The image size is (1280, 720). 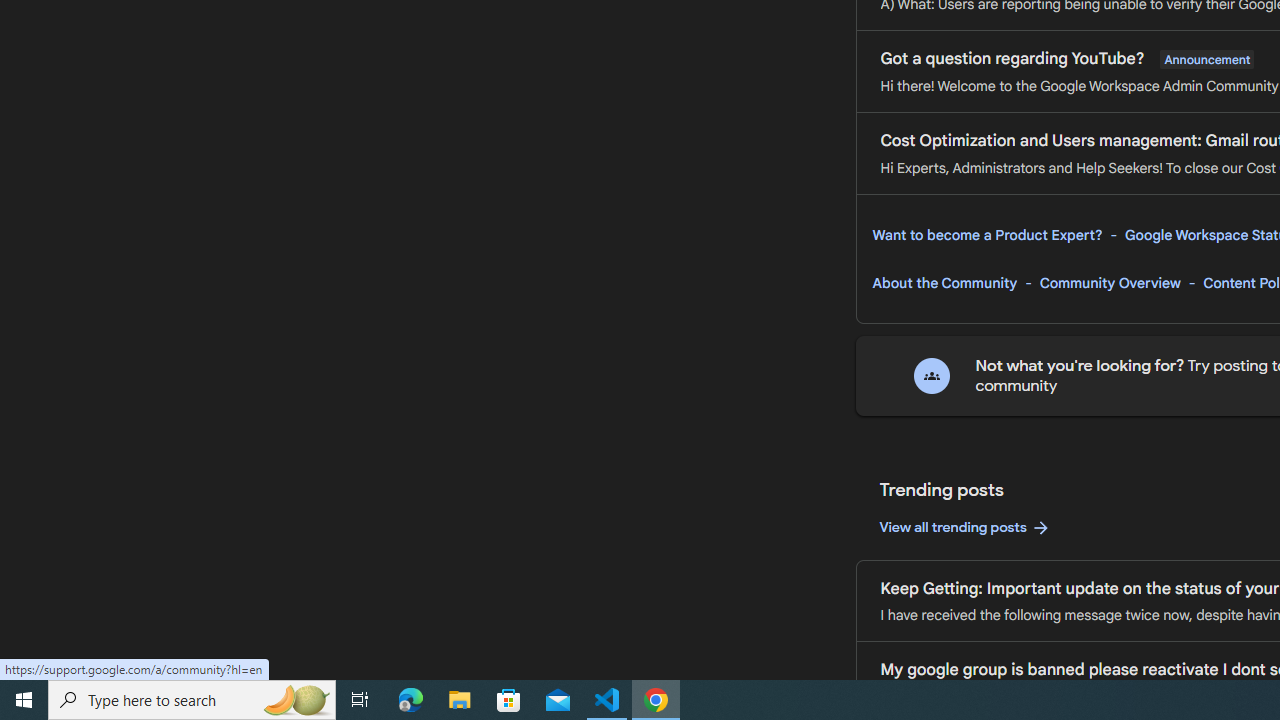 What do you see at coordinates (965, 527) in the screenshot?
I see `'View all trending posts'` at bounding box center [965, 527].